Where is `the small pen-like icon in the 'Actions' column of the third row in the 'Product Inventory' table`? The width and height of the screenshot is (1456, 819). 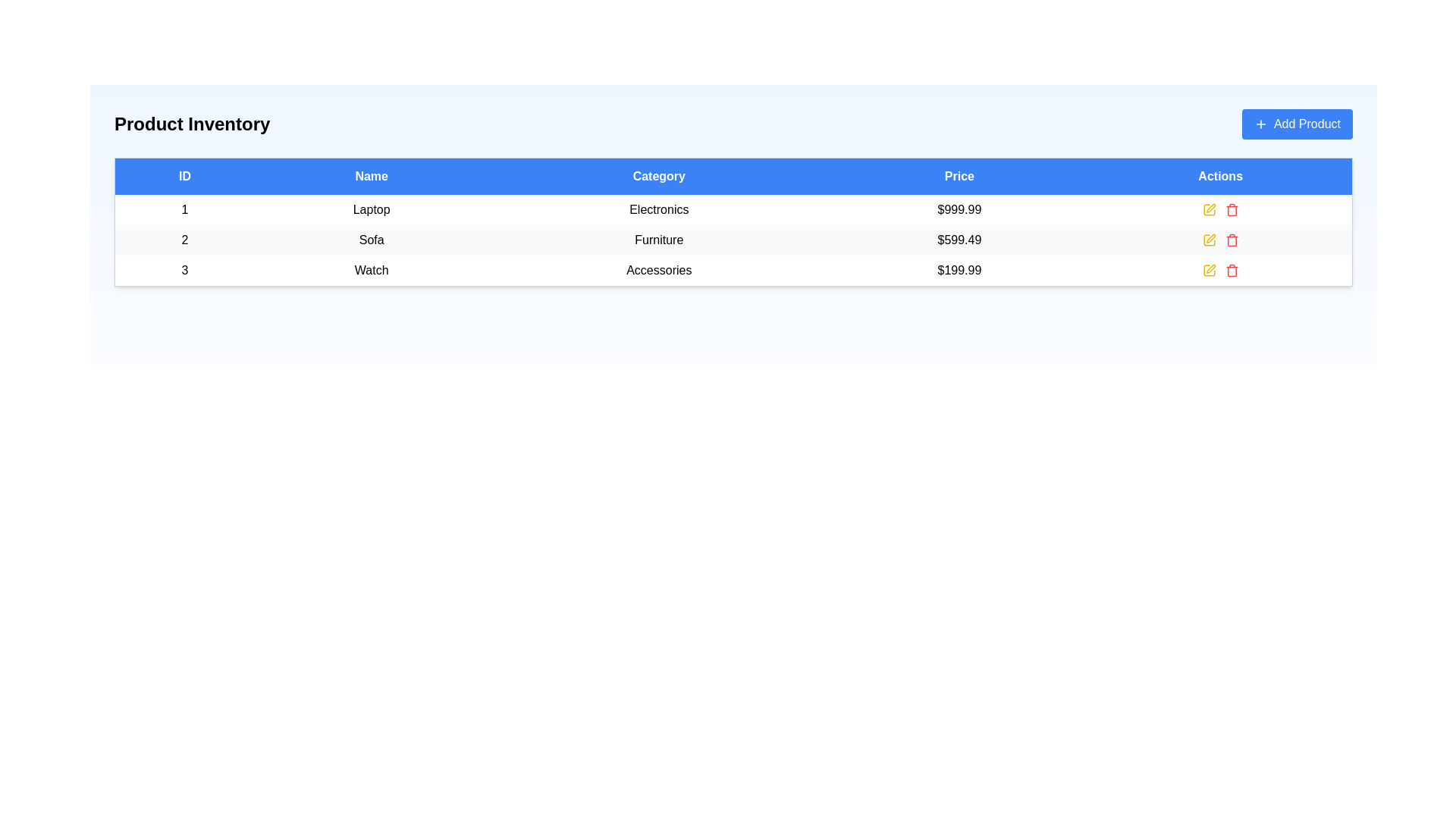
the small pen-like icon in the 'Actions' column of the third row in the 'Product Inventory' table is located at coordinates (1210, 268).